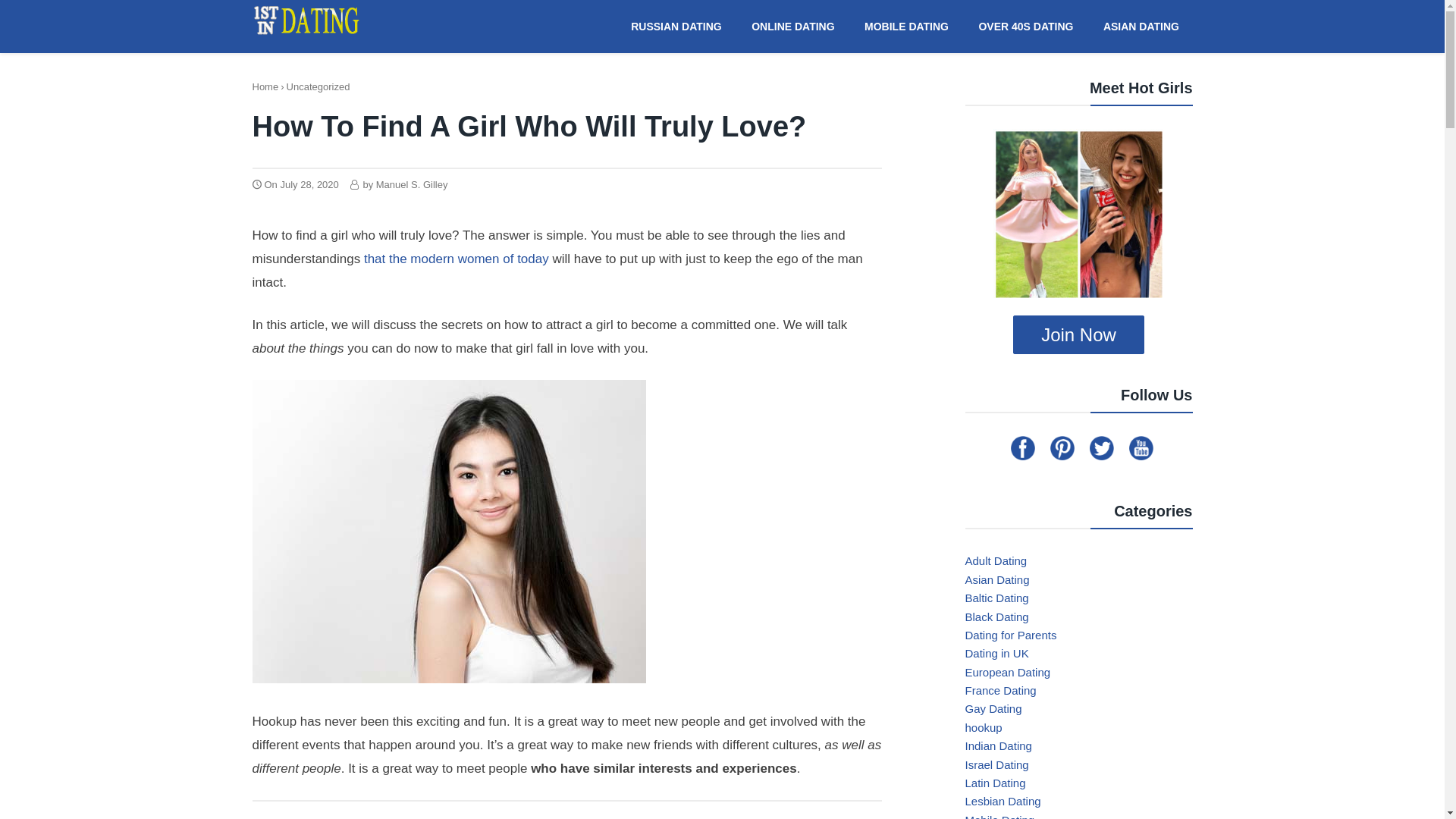 The width and height of the screenshot is (1456, 819). Describe the element at coordinates (906, 25) in the screenshot. I see `'MOBILE DATING'` at that location.